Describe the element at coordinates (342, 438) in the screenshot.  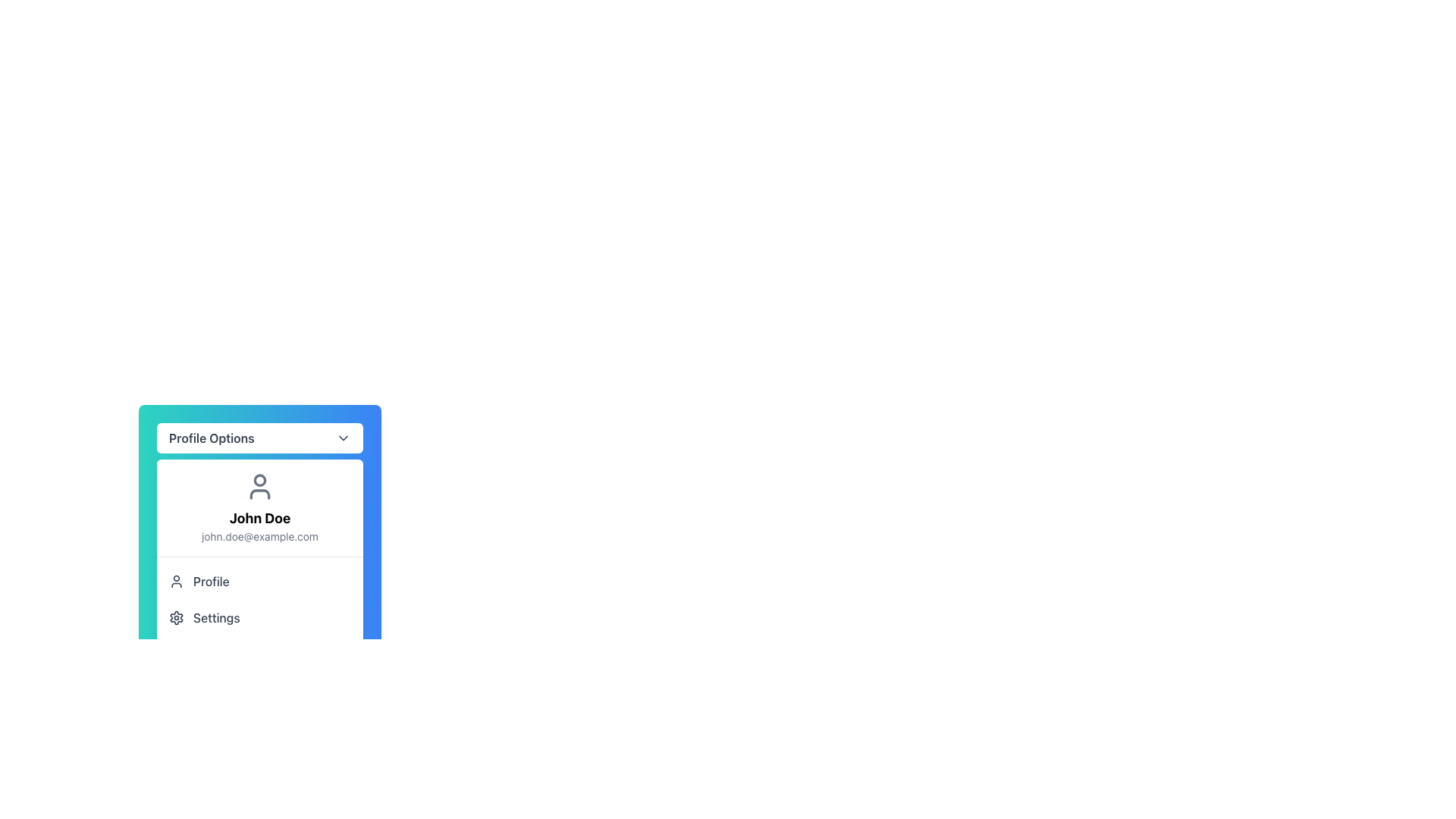
I see `the downward-pointing chevron icon located to the right of the 'Profile Options' button` at that location.